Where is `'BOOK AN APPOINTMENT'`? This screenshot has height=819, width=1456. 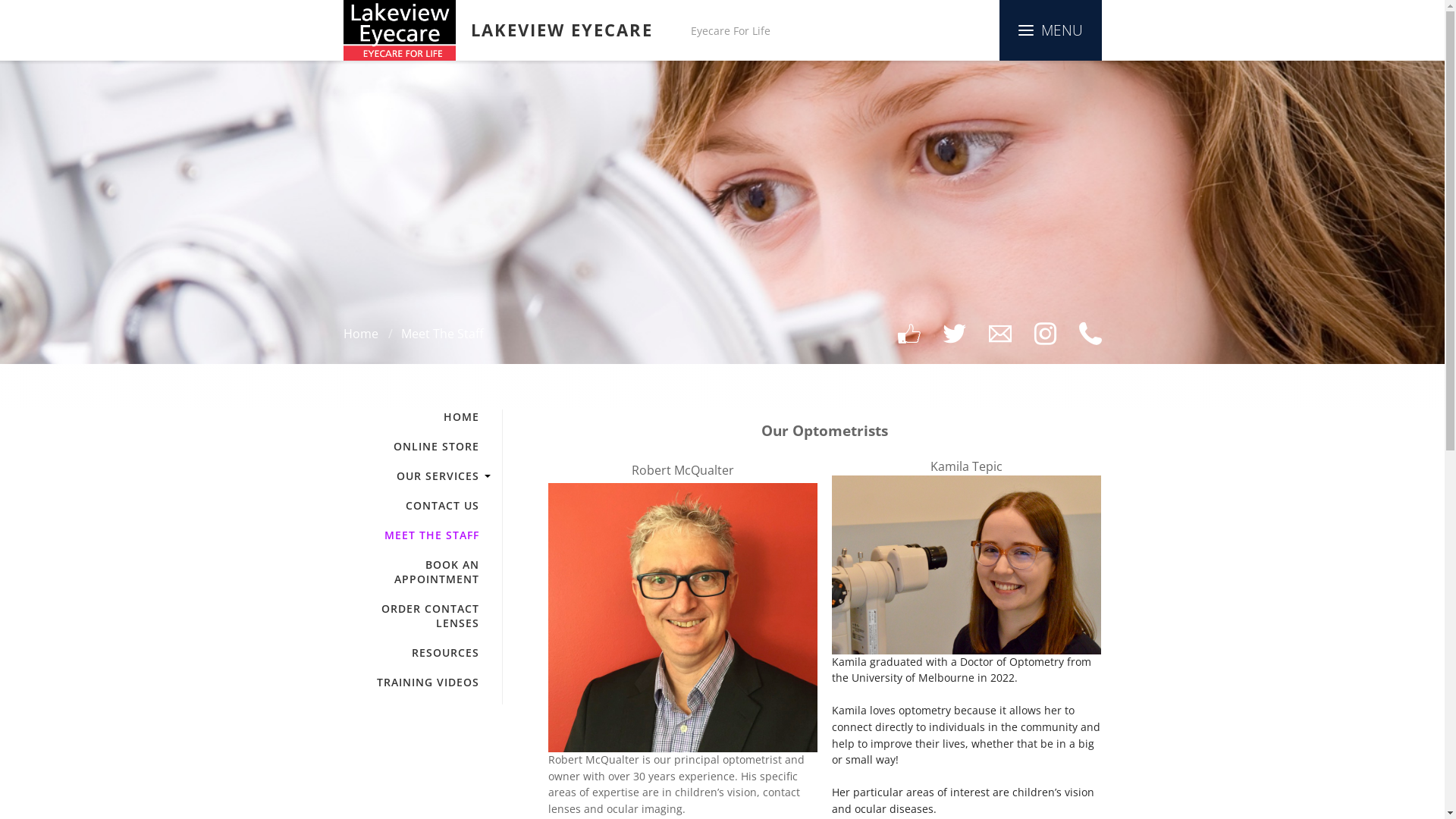
'BOOK AN APPOINTMENT' is located at coordinates (410, 571).